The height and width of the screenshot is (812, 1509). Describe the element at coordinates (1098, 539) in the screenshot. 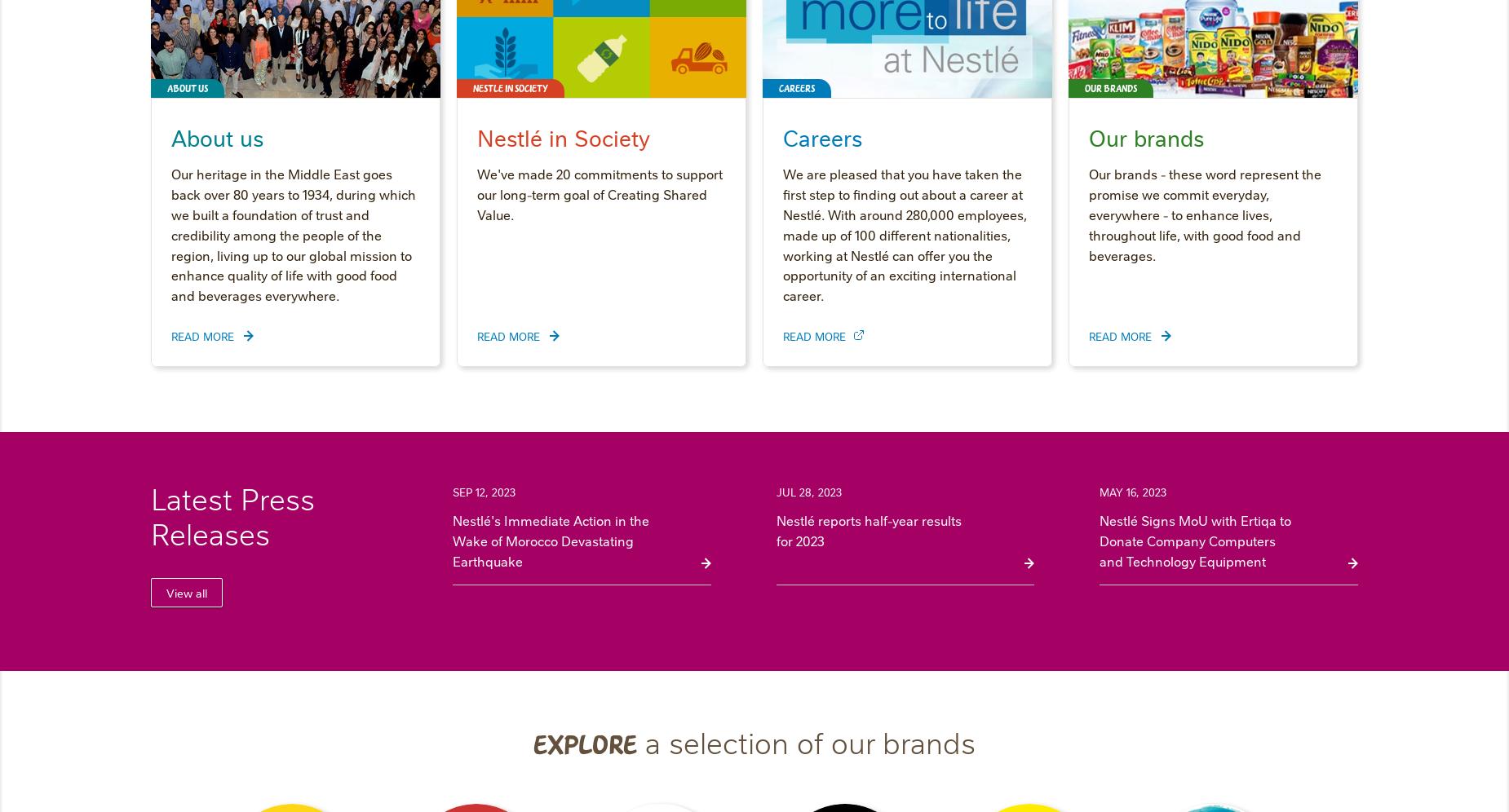

I see `'Nestlé Signs MoU with Ertiqa to Donate Company Computers and Technology Equipment'` at that location.